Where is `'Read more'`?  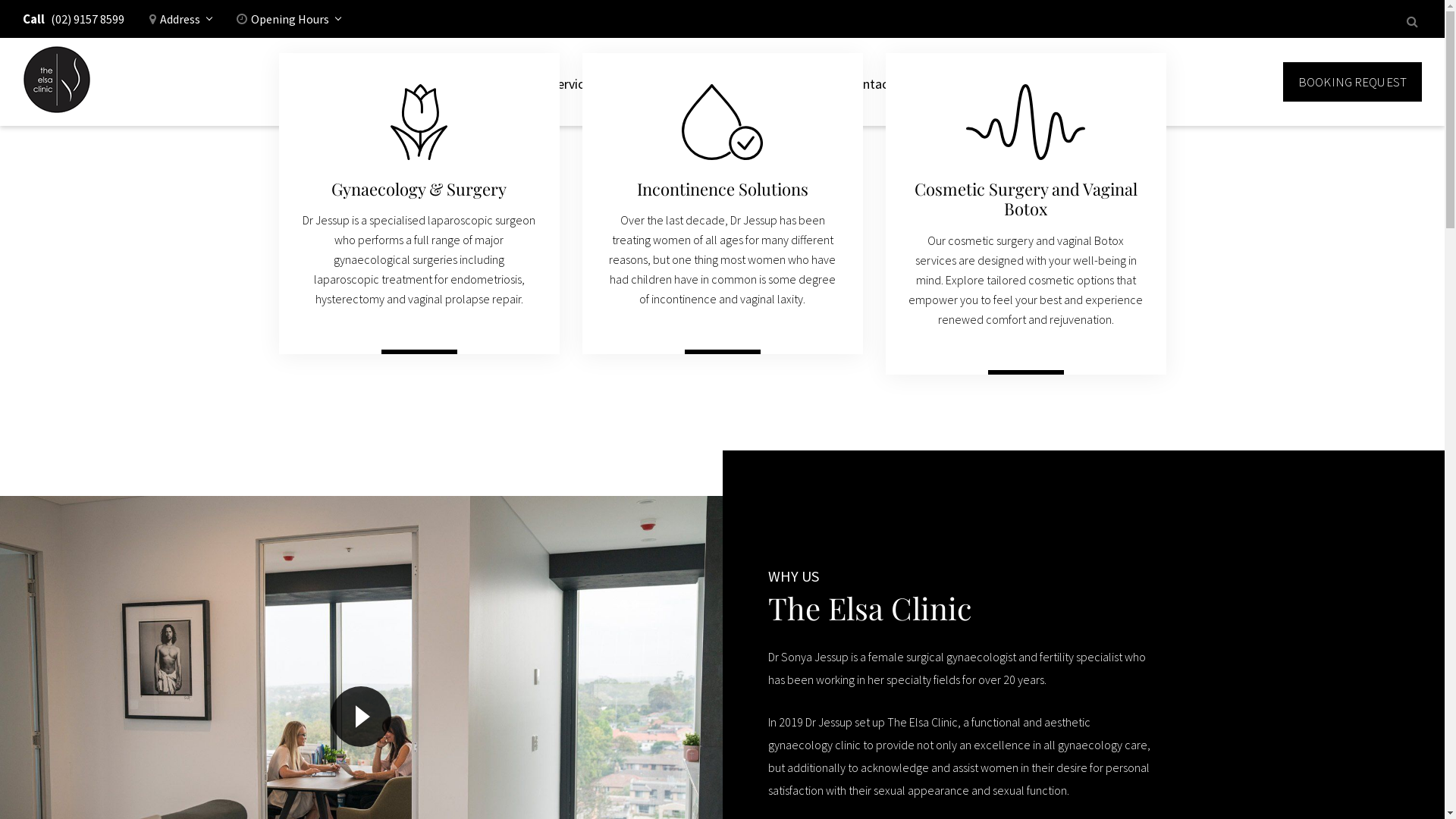
'Read more' is located at coordinates (1025, 379).